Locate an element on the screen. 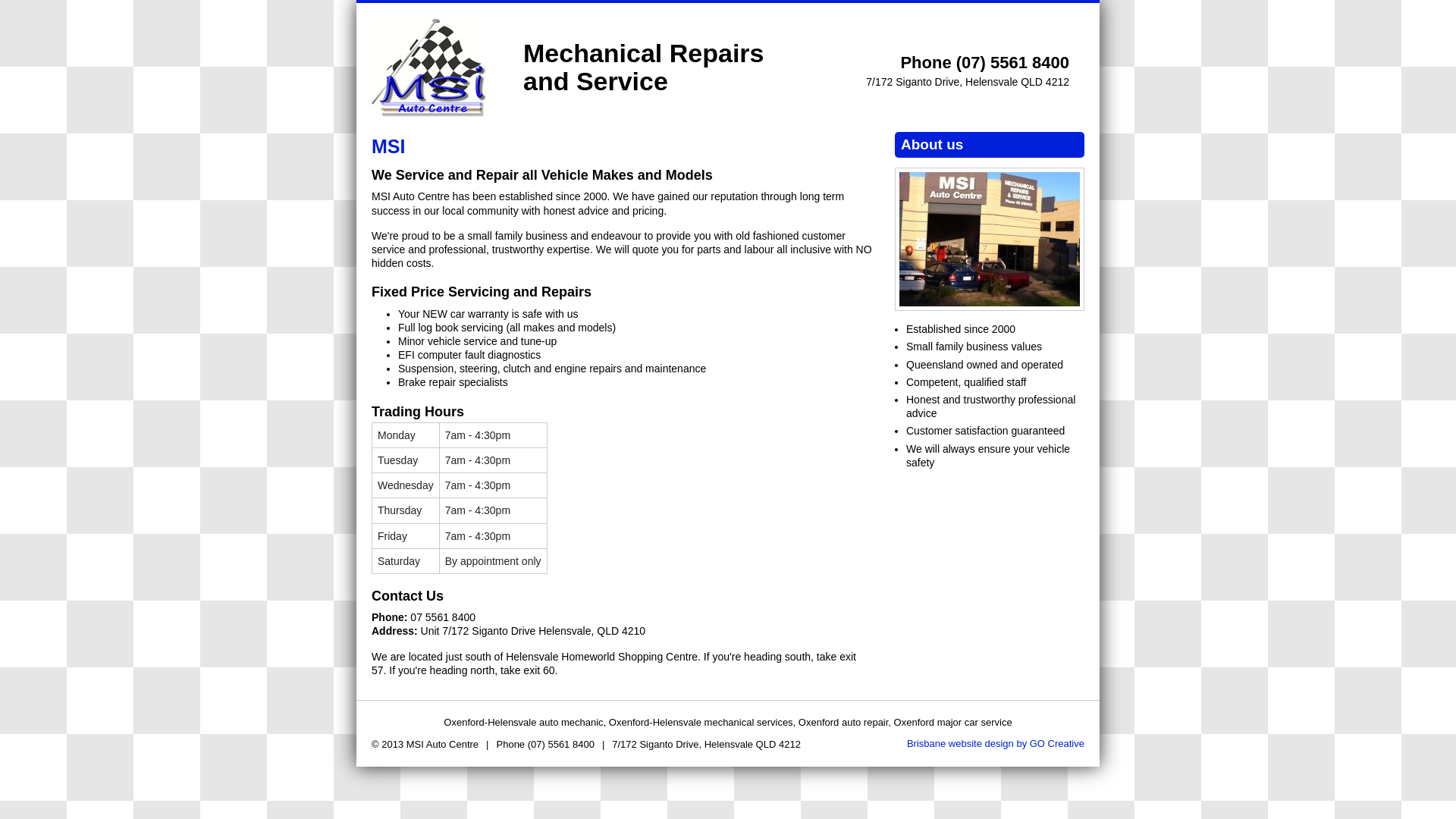  'About us' is located at coordinates (990, 237).